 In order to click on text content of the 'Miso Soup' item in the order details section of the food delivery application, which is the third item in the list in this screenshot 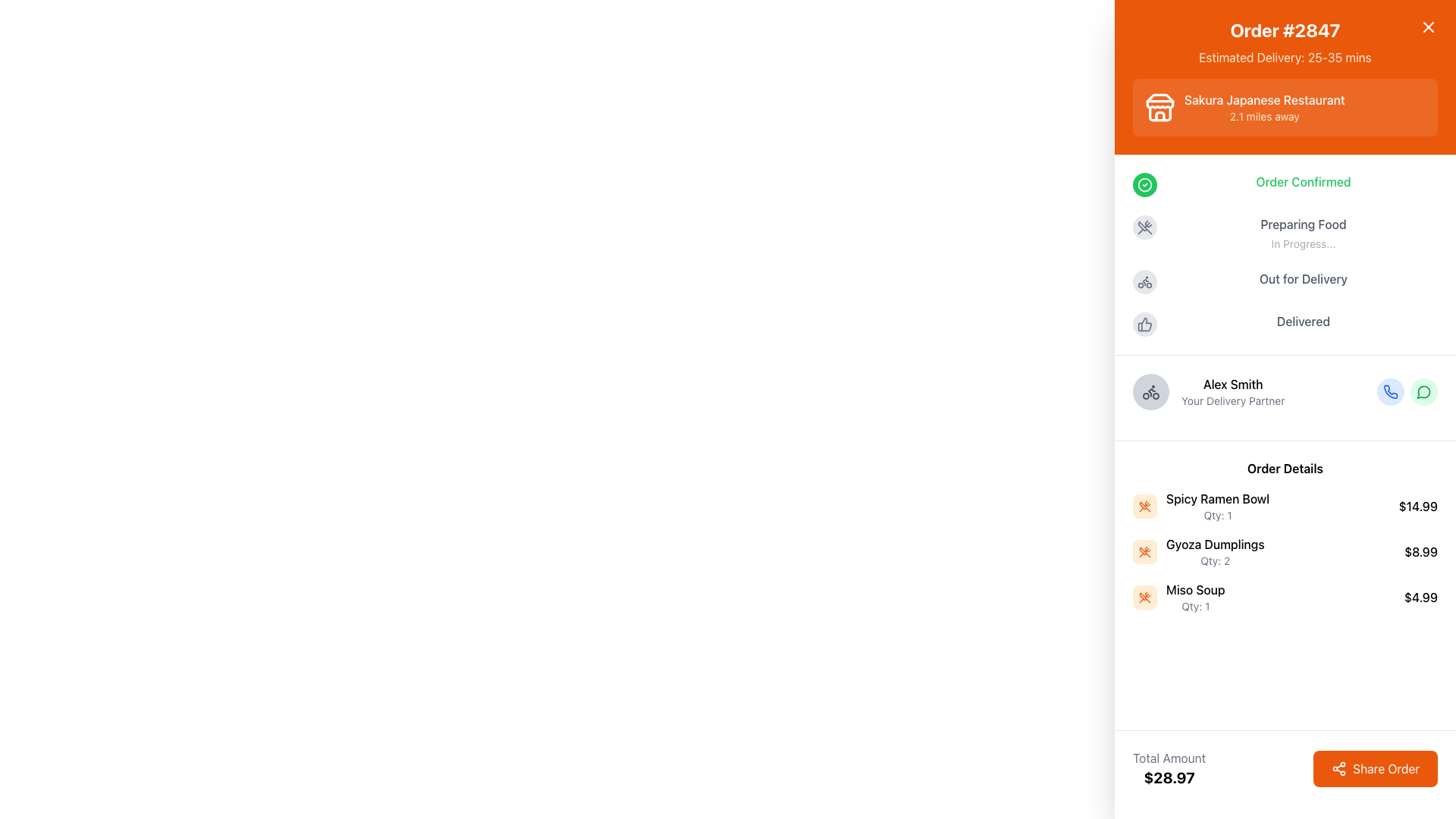, I will do `click(1194, 596)`.